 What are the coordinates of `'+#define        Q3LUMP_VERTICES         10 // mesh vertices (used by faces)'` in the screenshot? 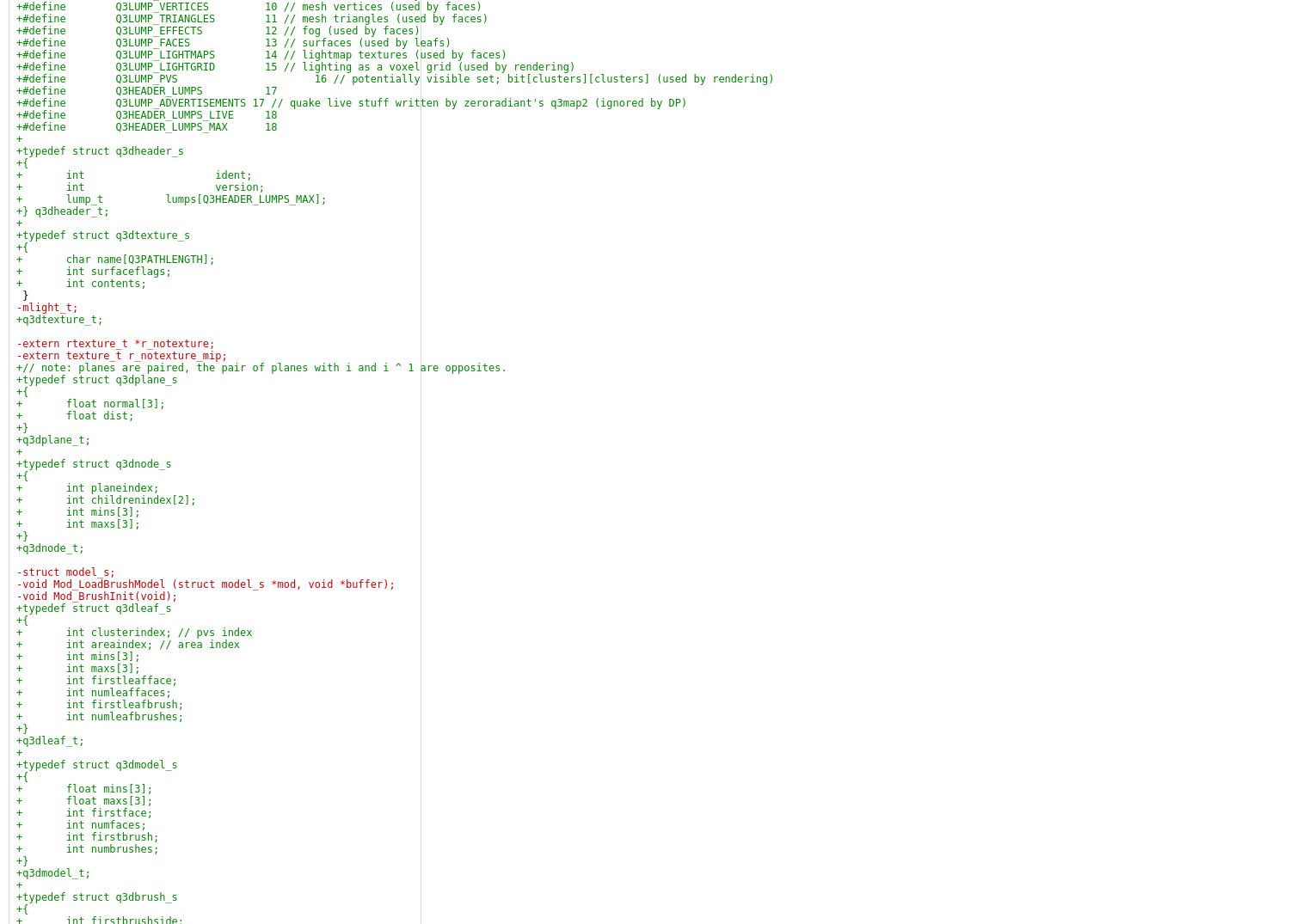 It's located at (249, 5).